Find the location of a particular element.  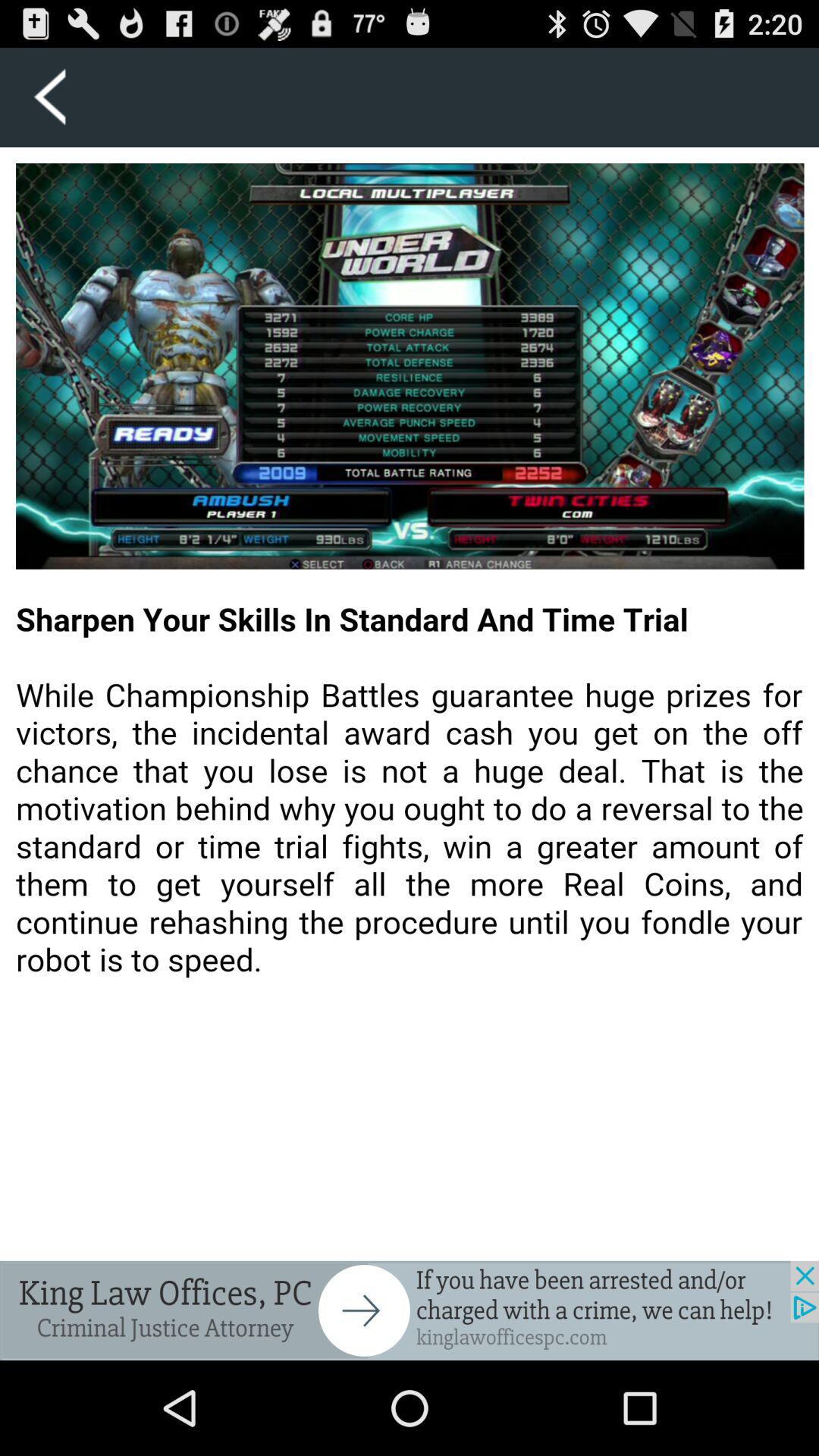

the setting box is located at coordinates (49, 96).